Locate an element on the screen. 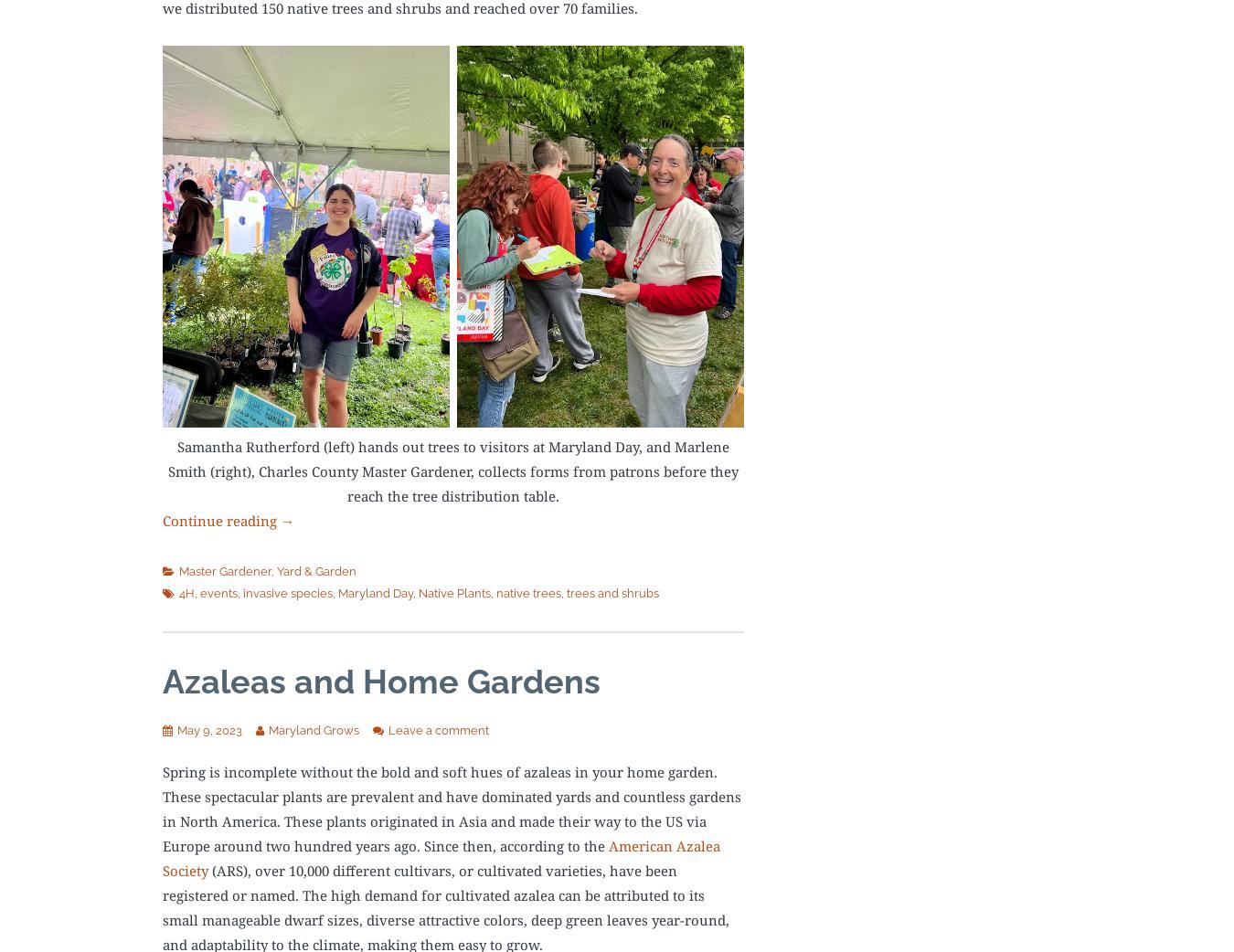 Image resolution: width=1234 pixels, height=952 pixels. 'Azaleas and Home Gardens' is located at coordinates (381, 680).